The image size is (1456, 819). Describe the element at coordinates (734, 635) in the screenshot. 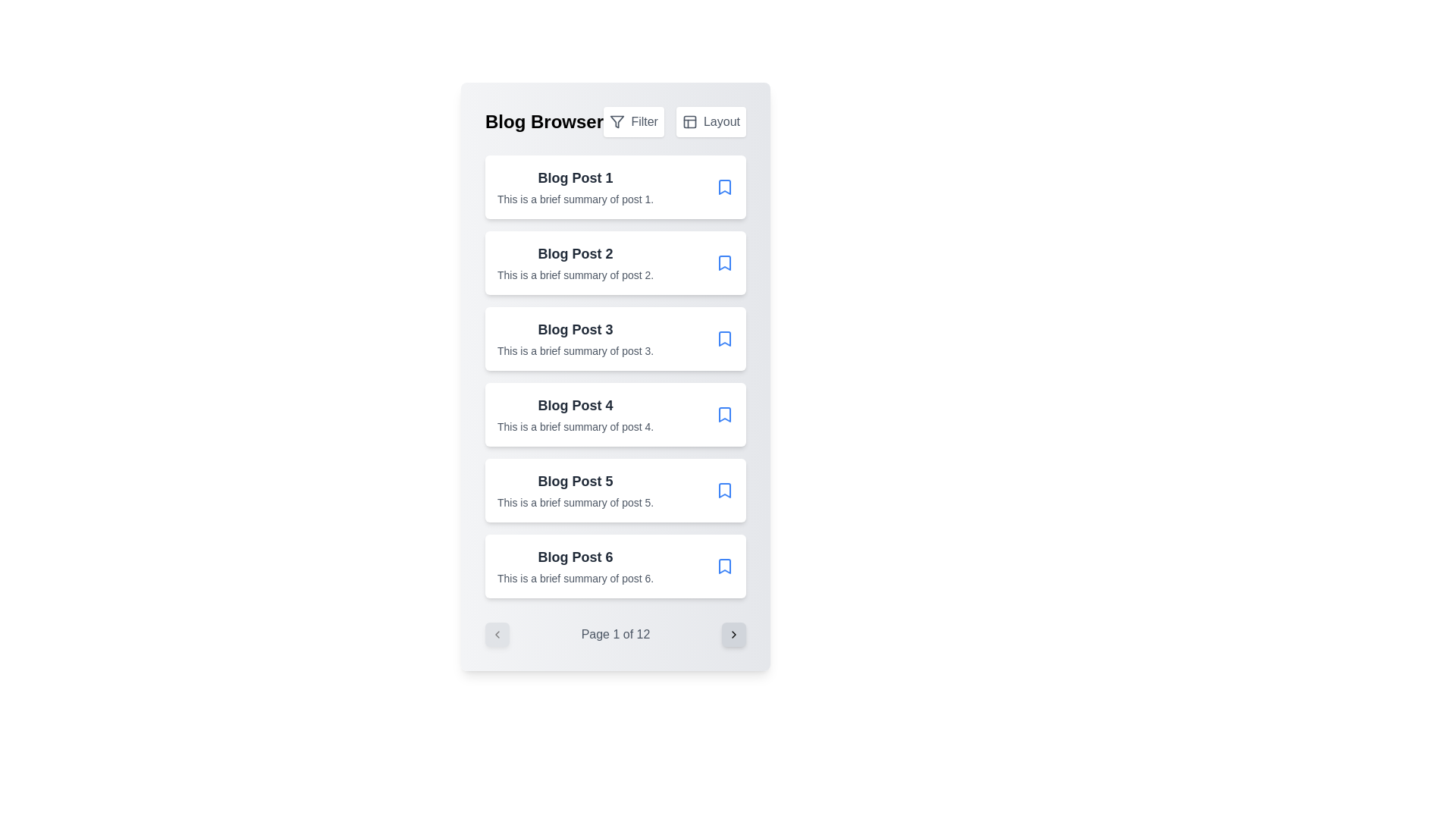

I see `the Chevron icon within the navigation button at the bottom right of the panel for accessibility purposes` at that location.